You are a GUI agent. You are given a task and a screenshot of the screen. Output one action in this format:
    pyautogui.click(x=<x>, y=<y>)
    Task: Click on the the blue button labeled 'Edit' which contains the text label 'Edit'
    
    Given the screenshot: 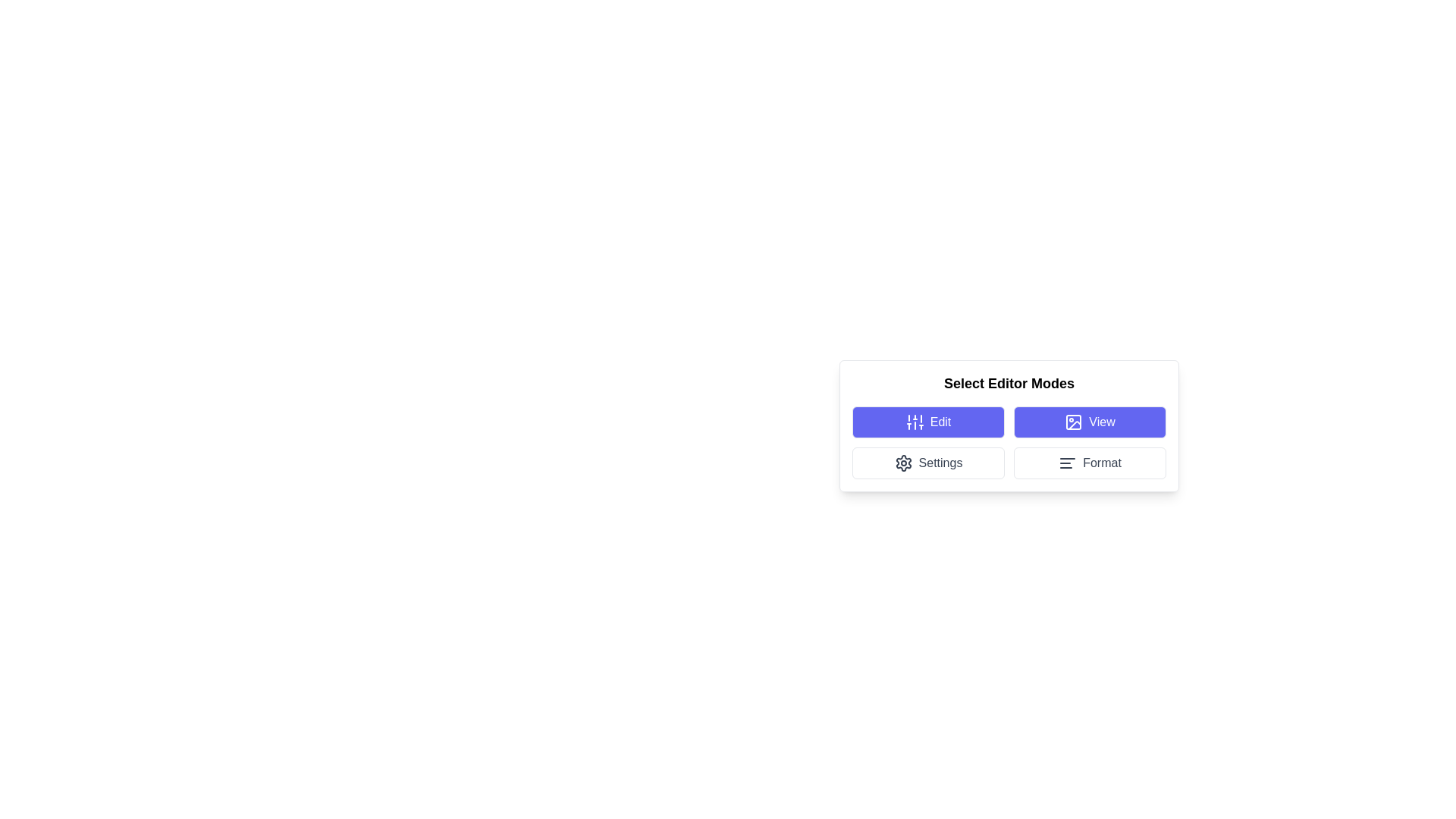 What is the action you would take?
    pyautogui.click(x=939, y=422)
    